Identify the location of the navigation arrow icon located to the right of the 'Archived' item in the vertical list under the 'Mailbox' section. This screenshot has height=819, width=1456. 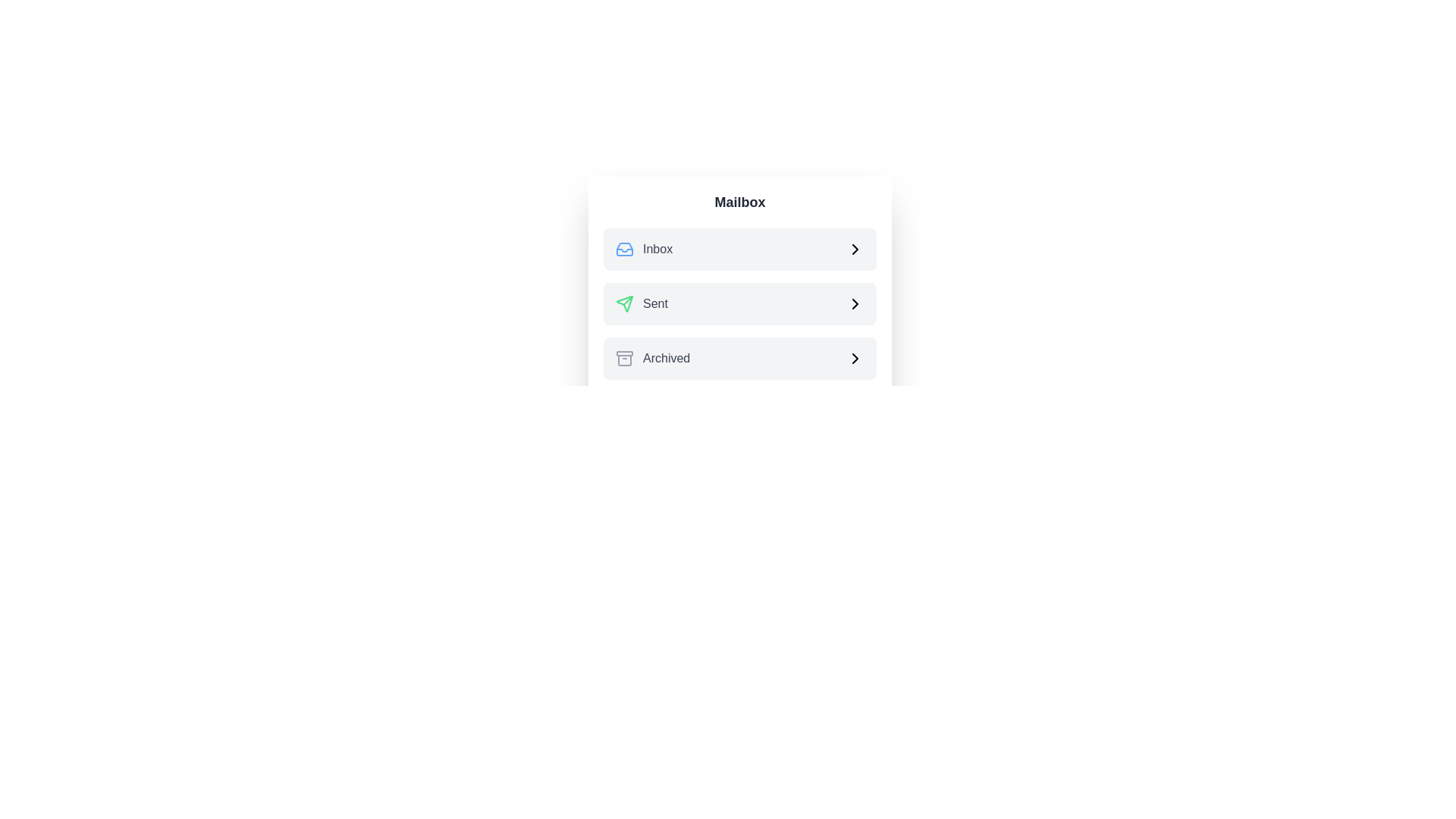
(855, 359).